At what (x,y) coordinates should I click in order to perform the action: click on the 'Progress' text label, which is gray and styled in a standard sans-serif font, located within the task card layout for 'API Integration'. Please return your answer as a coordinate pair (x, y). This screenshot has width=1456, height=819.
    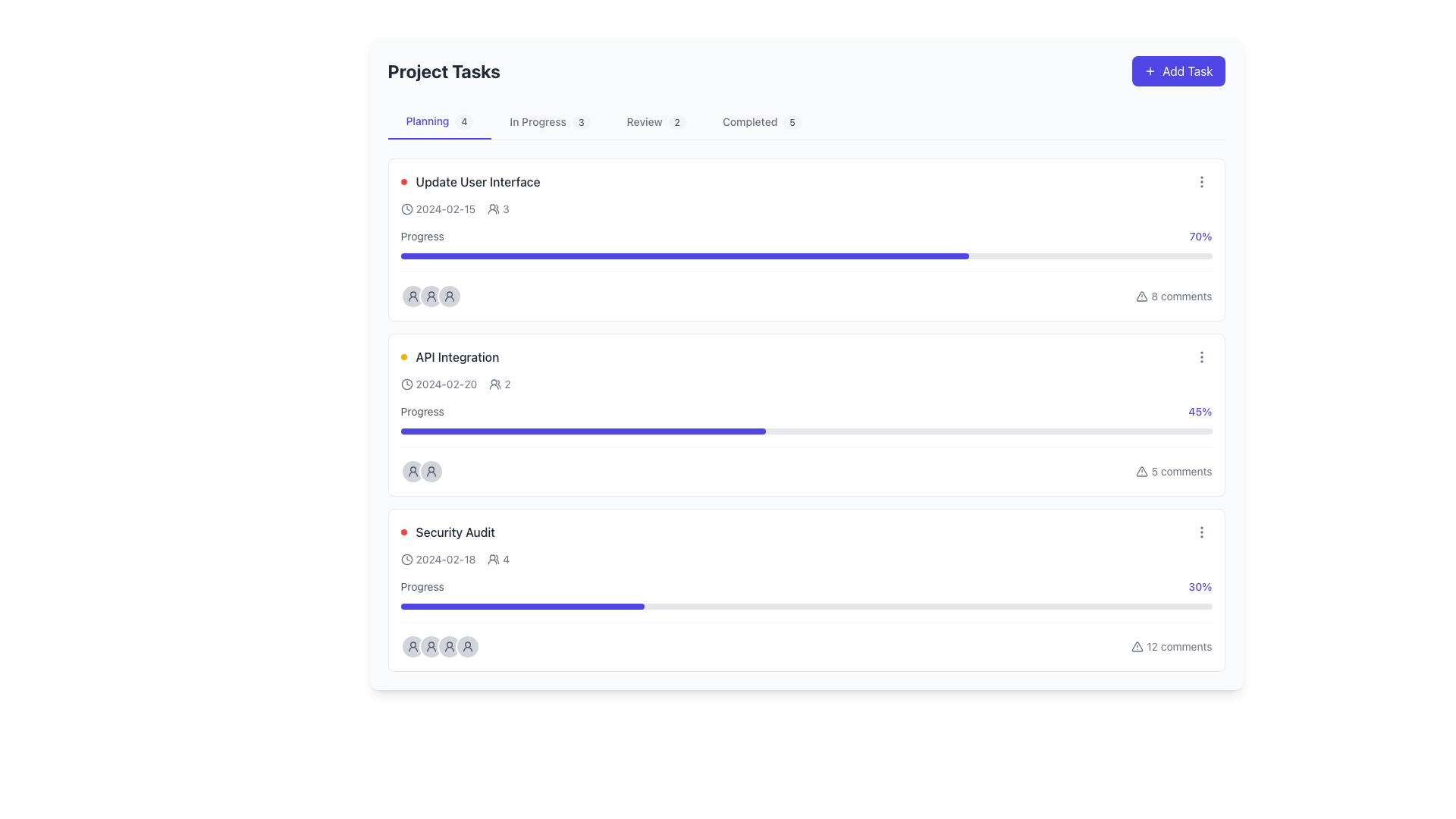
    Looking at the image, I should click on (422, 412).